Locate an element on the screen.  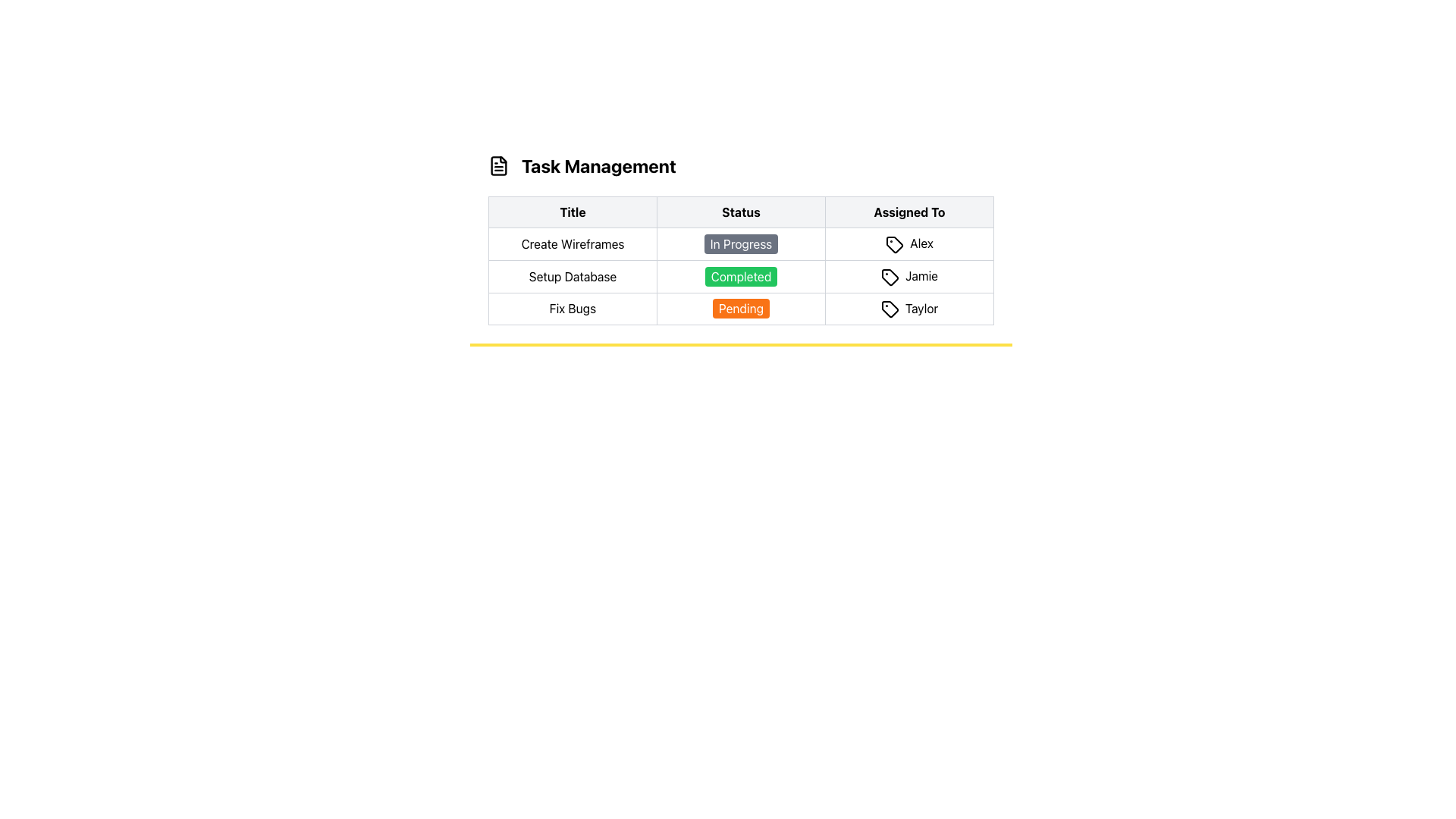
the Status Label in the second row under the 'Status' column for the task titled 'Setup Database' is located at coordinates (741, 276).